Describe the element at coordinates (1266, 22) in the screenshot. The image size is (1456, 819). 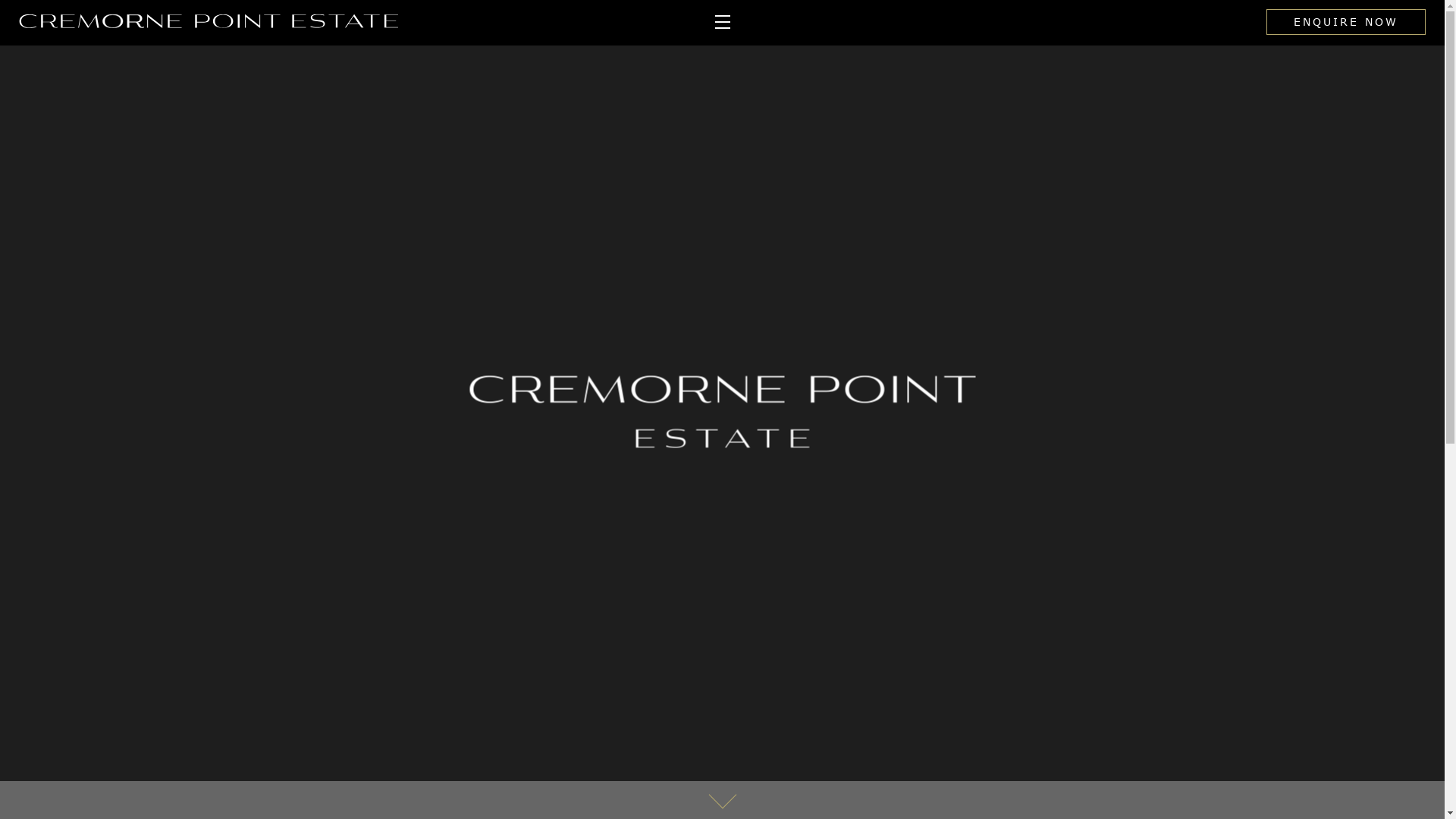
I see `'ENQUIRE NOW'` at that location.